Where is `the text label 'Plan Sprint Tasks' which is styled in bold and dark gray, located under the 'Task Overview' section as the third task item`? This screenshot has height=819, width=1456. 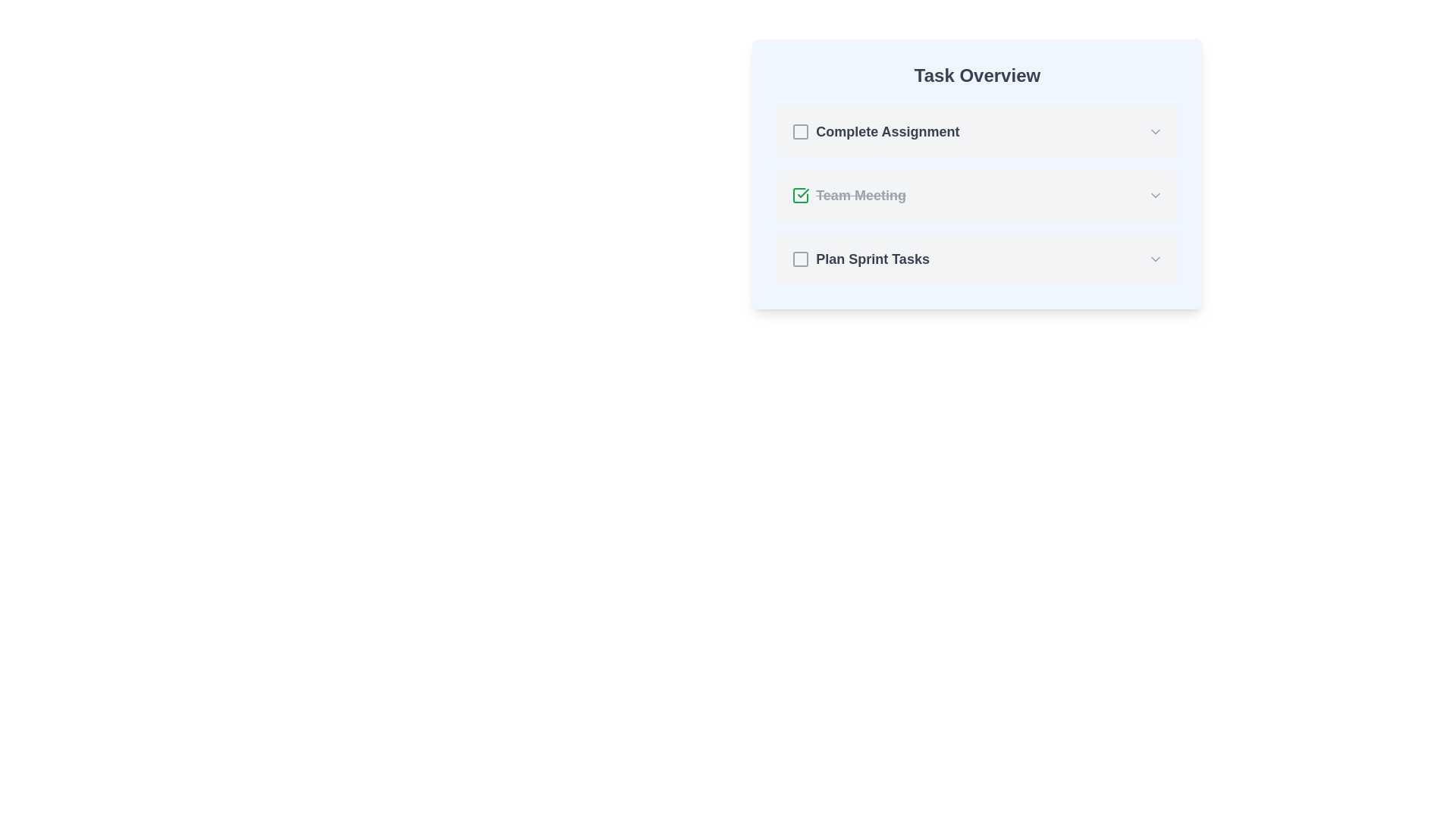 the text label 'Plan Sprint Tasks' which is styled in bold and dark gray, located under the 'Task Overview' section as the third task item is located at coordinates (873, 259).